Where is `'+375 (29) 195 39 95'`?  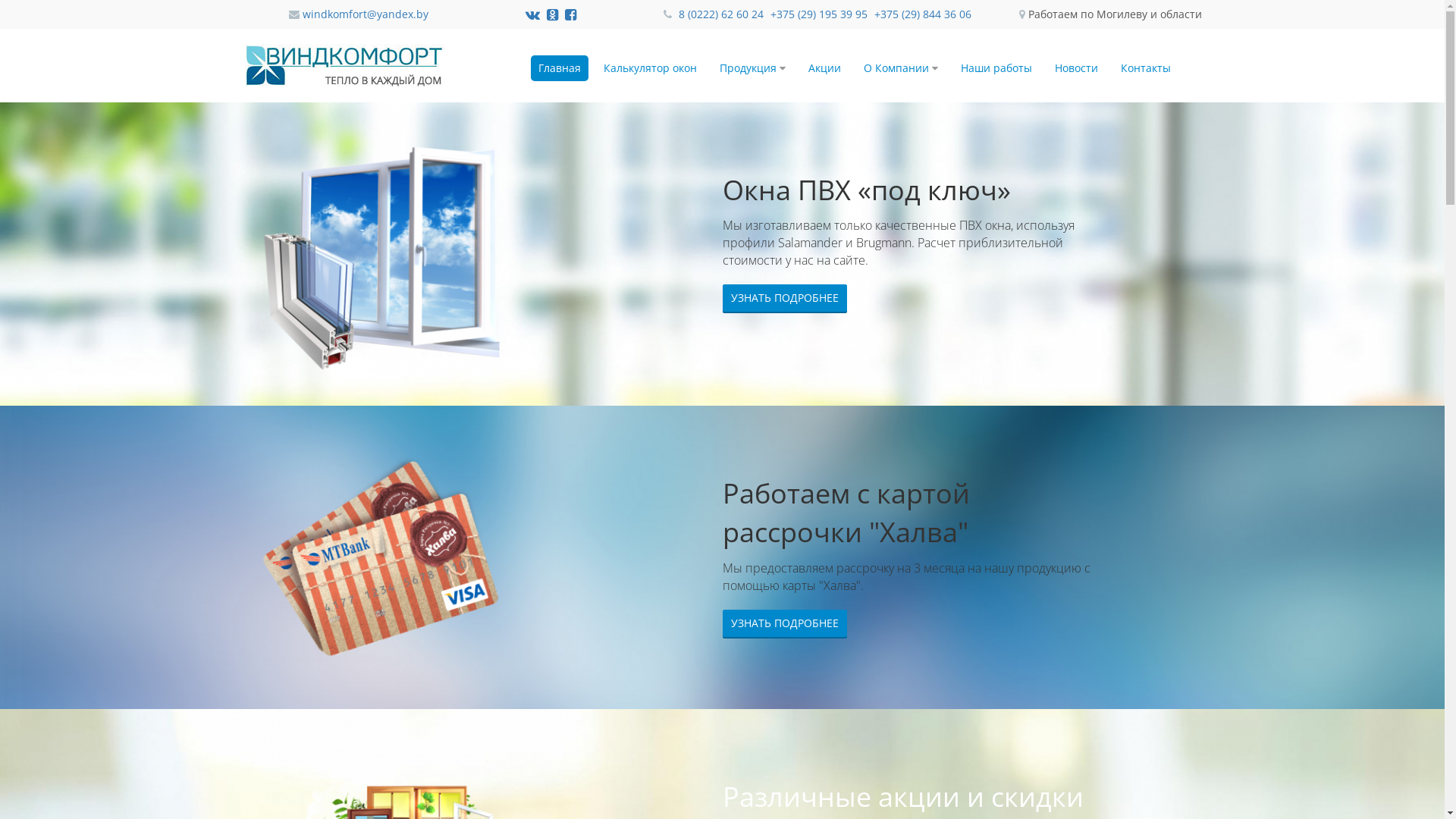 '+375 (29) 195 39 95' is located at coordinates (819, 14).